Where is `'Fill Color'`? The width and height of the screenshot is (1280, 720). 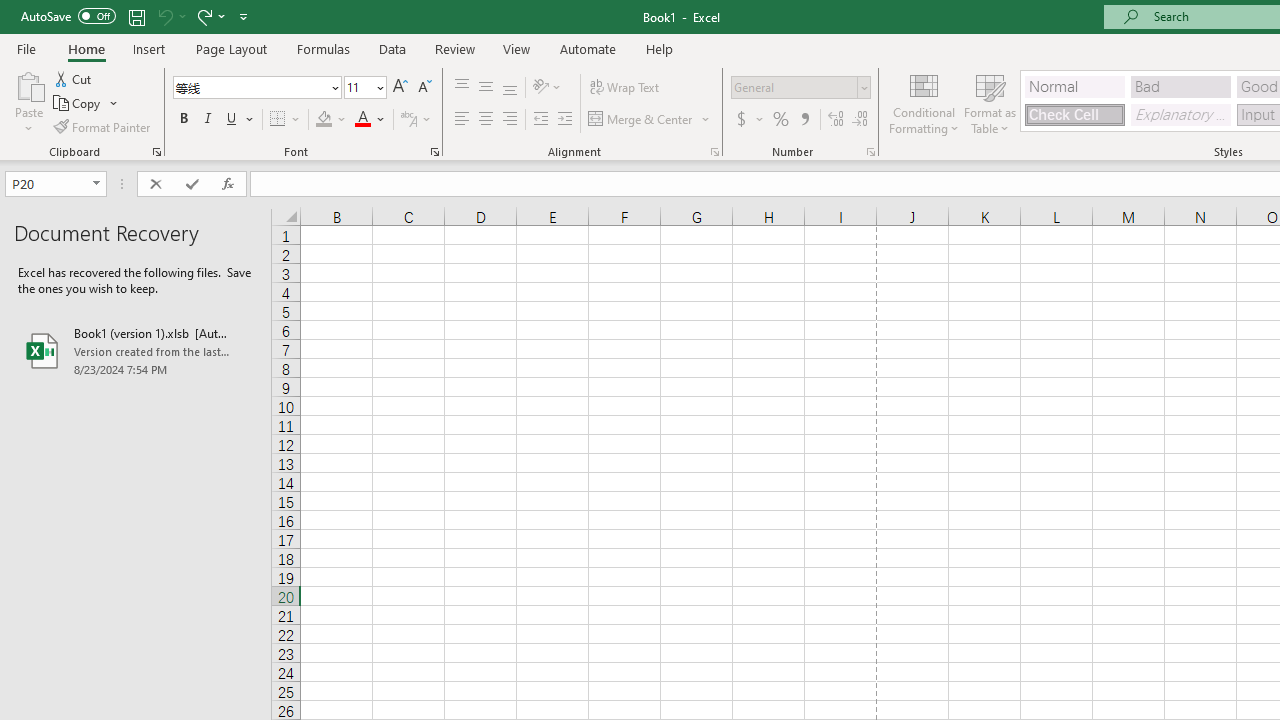
'Fill Color' is located at coordinates (331, 119).